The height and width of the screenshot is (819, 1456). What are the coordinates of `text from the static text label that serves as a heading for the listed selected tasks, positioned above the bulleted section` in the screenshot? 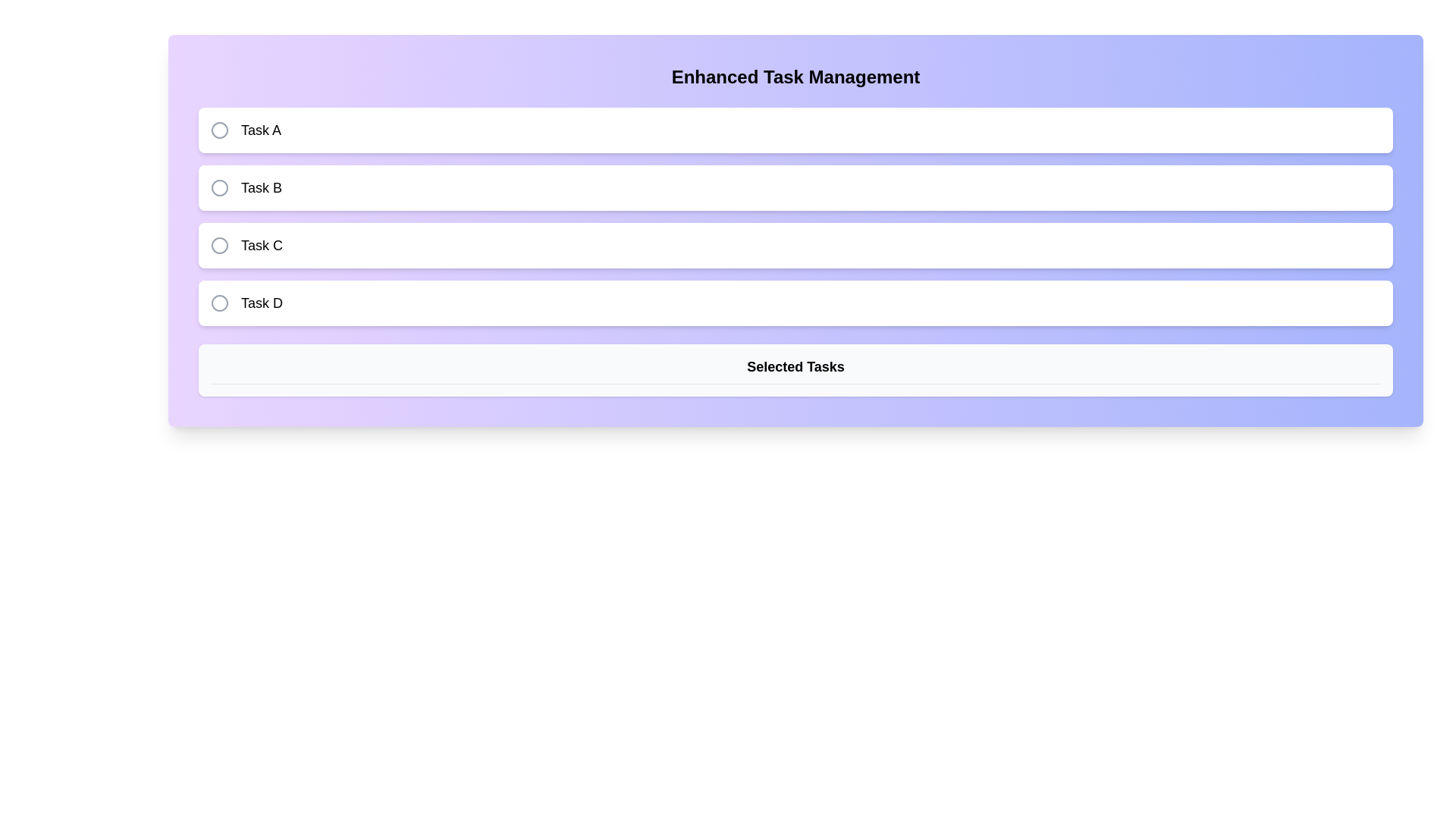 It's located at (795, 370).